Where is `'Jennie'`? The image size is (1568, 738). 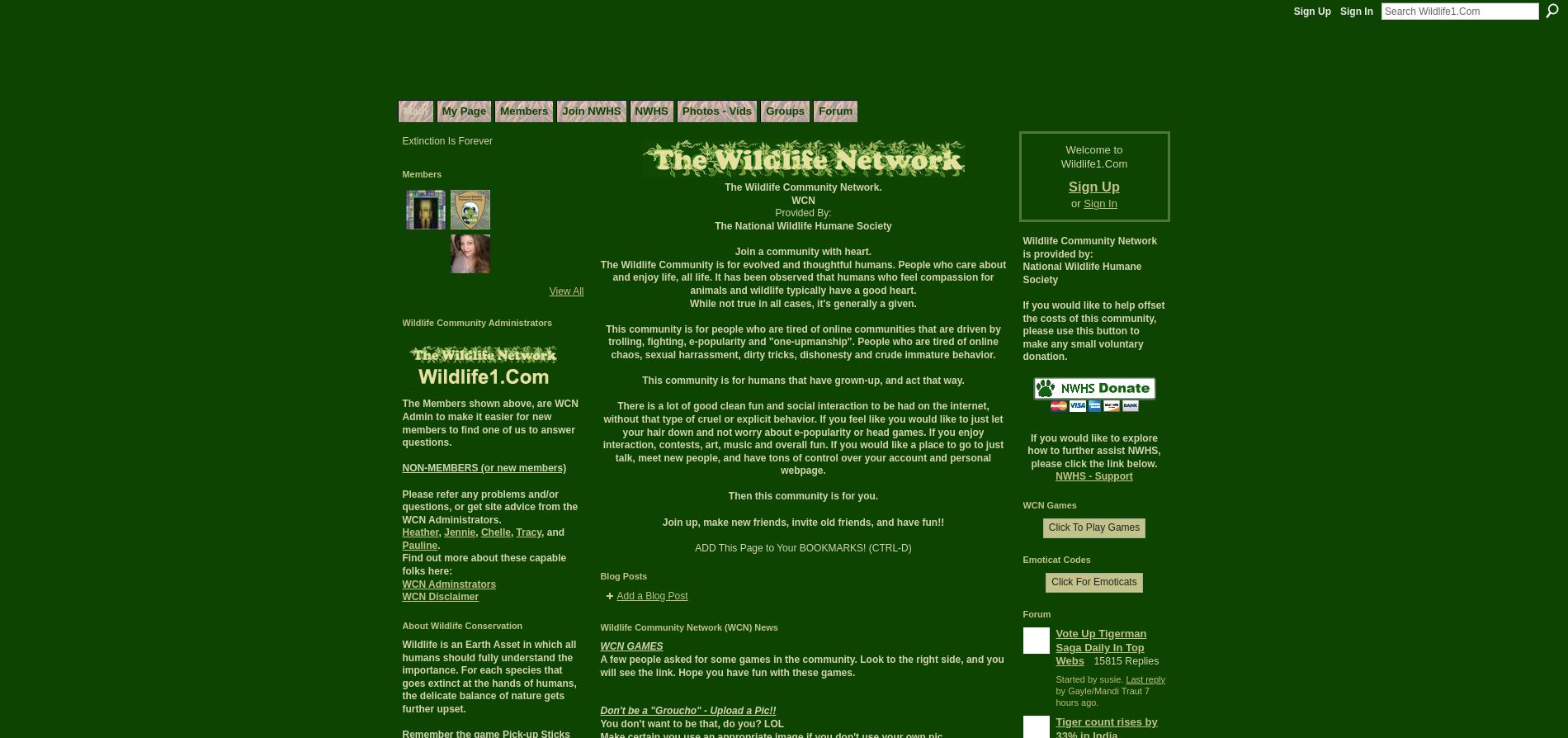
'Jennie' is located at coordinates (460, 532).